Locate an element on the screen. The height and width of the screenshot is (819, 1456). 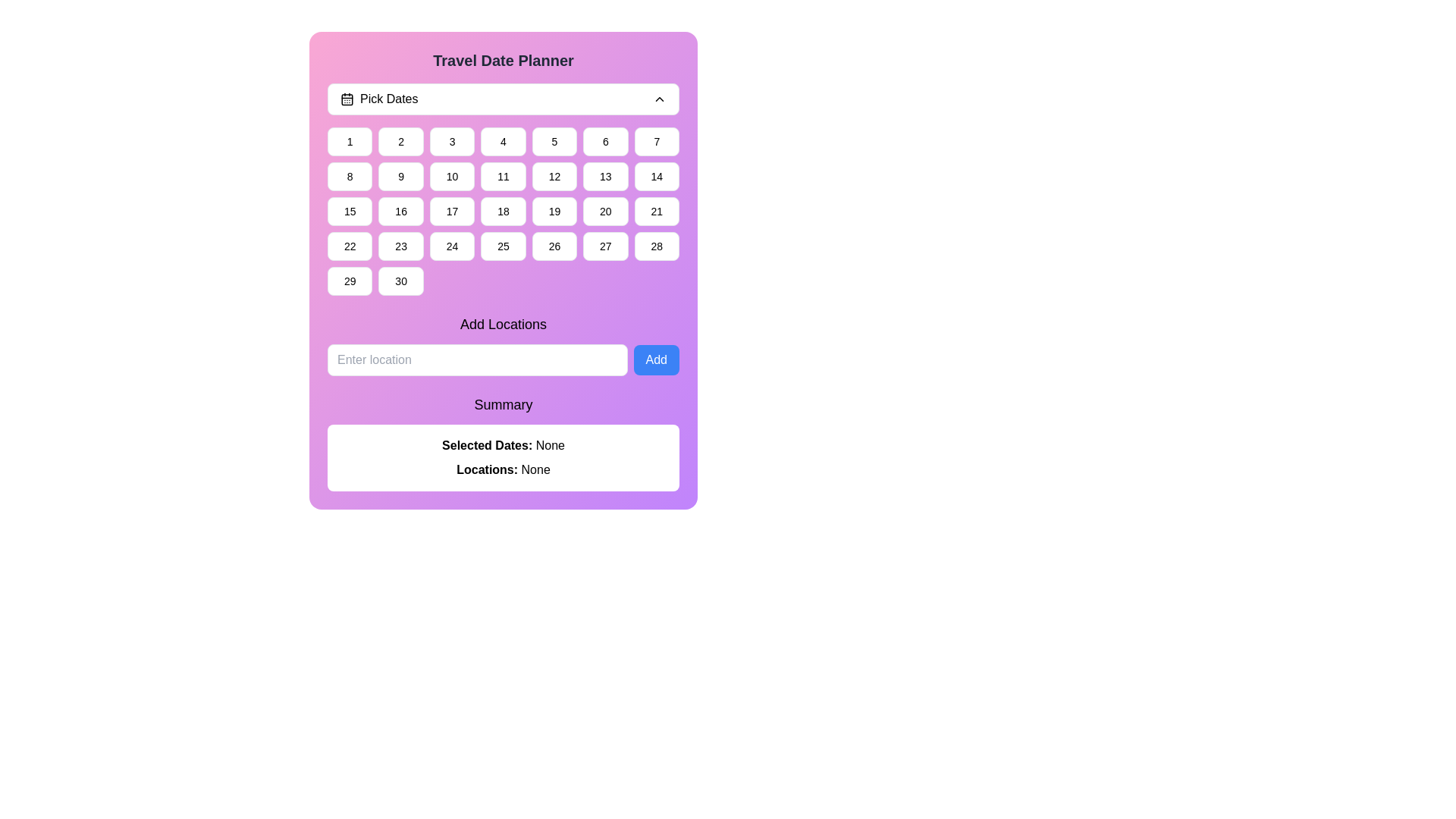
the Static Text Label that serves as a descriptor for the selected dates data, currently displaying 'None', located in the summary section between 'Summary' and 'Locations: None' is located at coordinates (488, 444).